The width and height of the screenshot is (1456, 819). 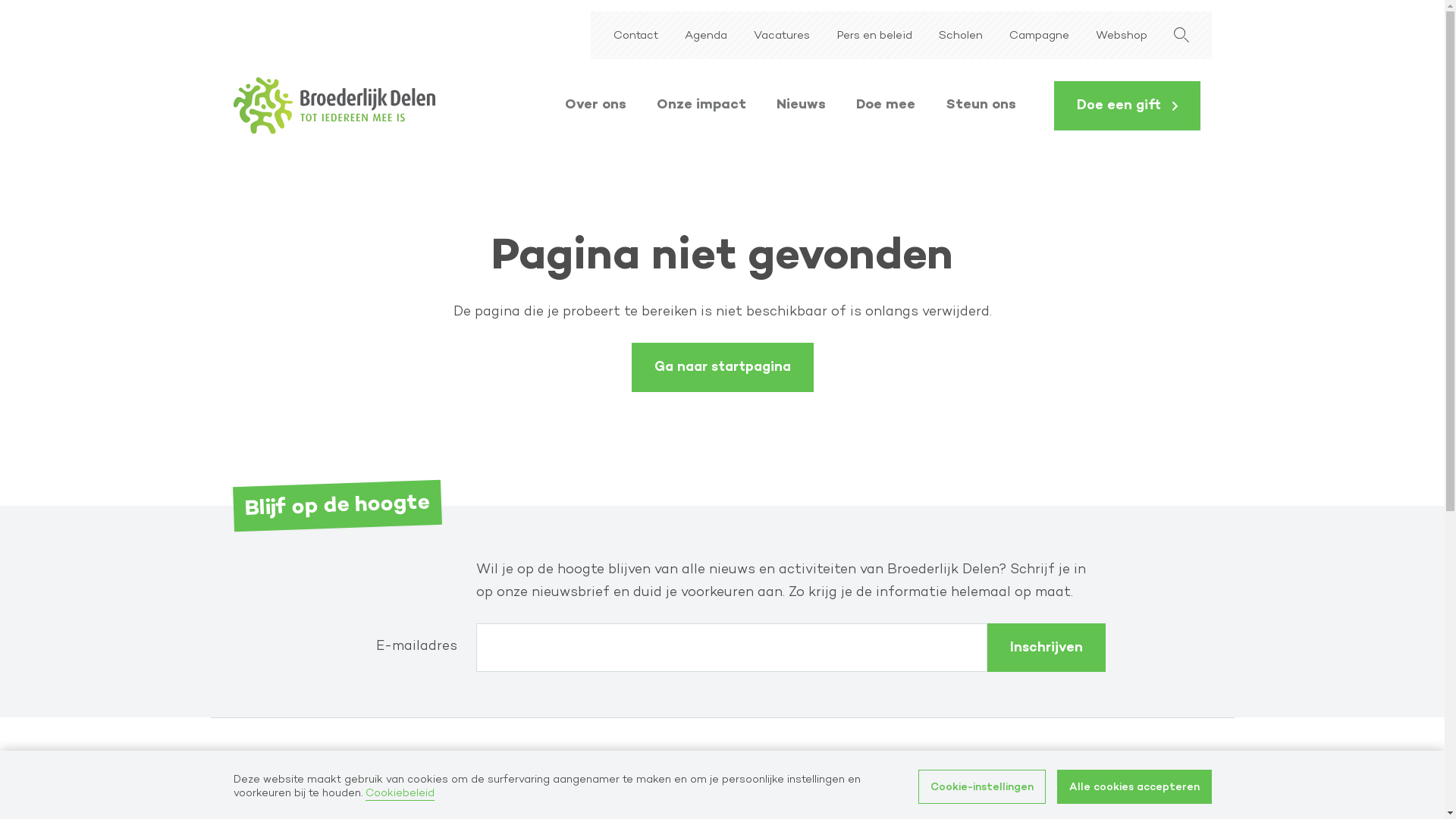 What do you see at coordinates (704, 34) in the screenshot?
I see `'Agenda'` at bounding box center [704, 34].